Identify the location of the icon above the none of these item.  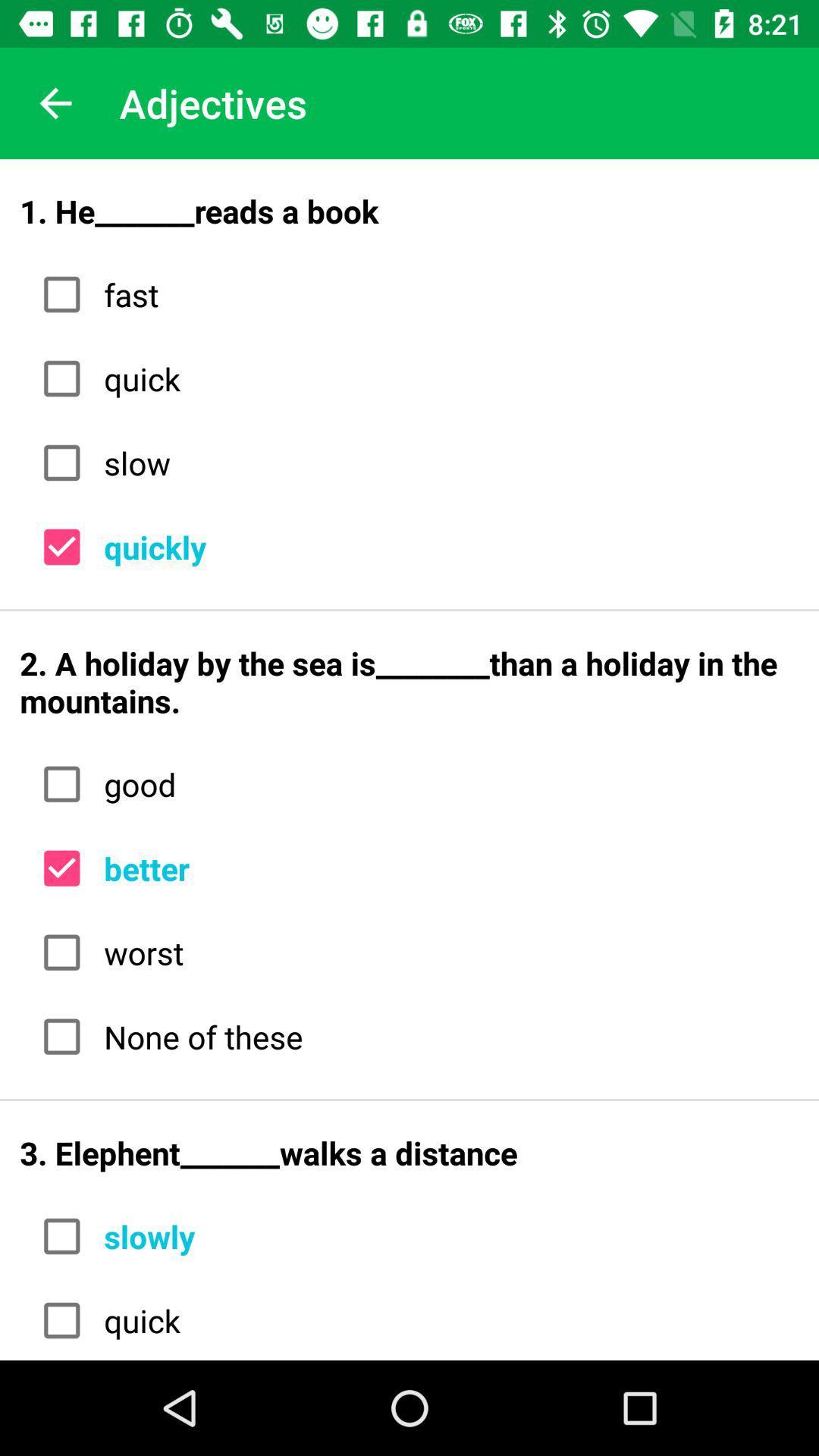
(445, 952).